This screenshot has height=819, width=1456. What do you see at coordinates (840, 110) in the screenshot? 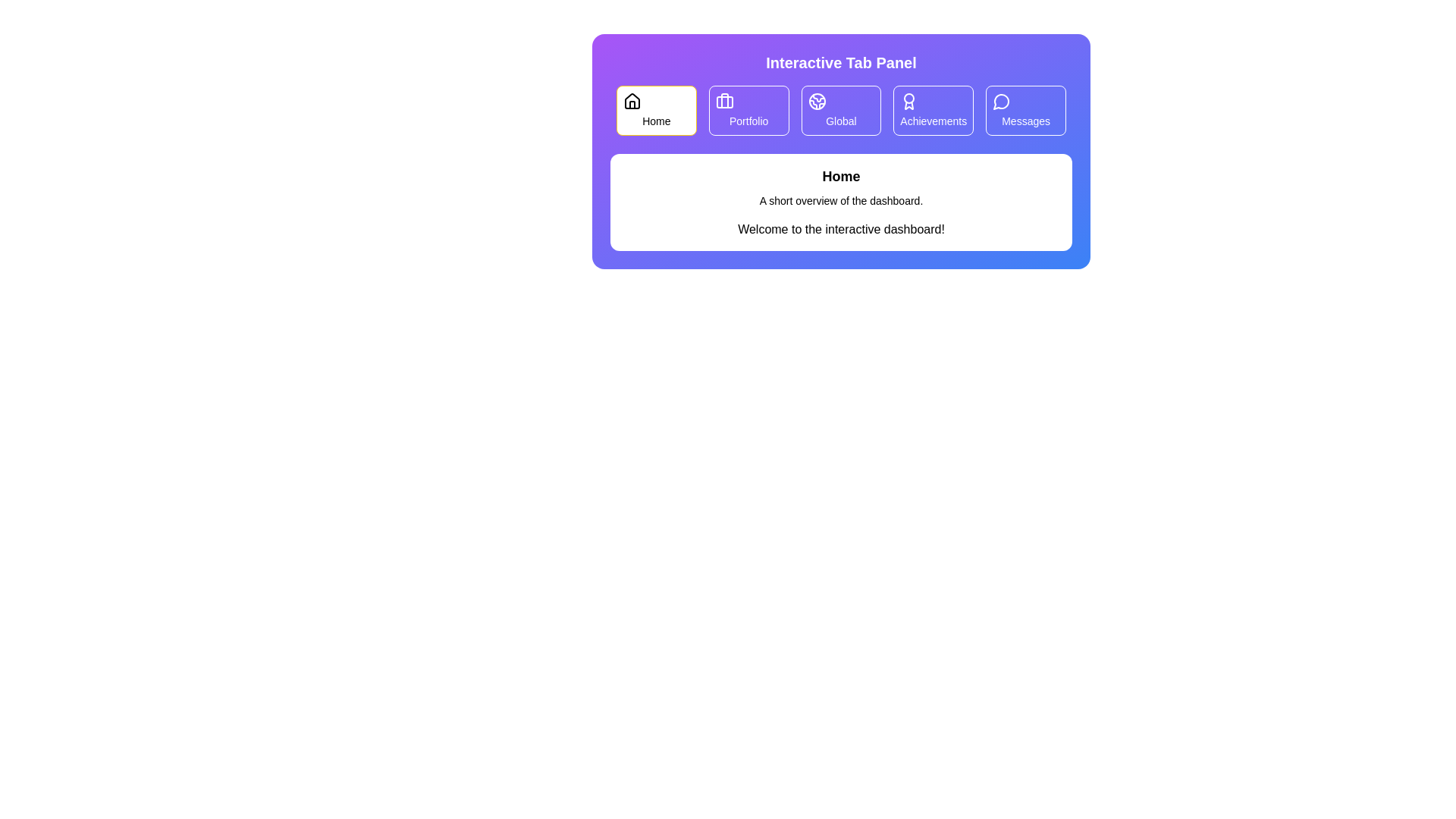
I see `the 'Global' tab in the navigation panel` at bounding box center [840, 110].